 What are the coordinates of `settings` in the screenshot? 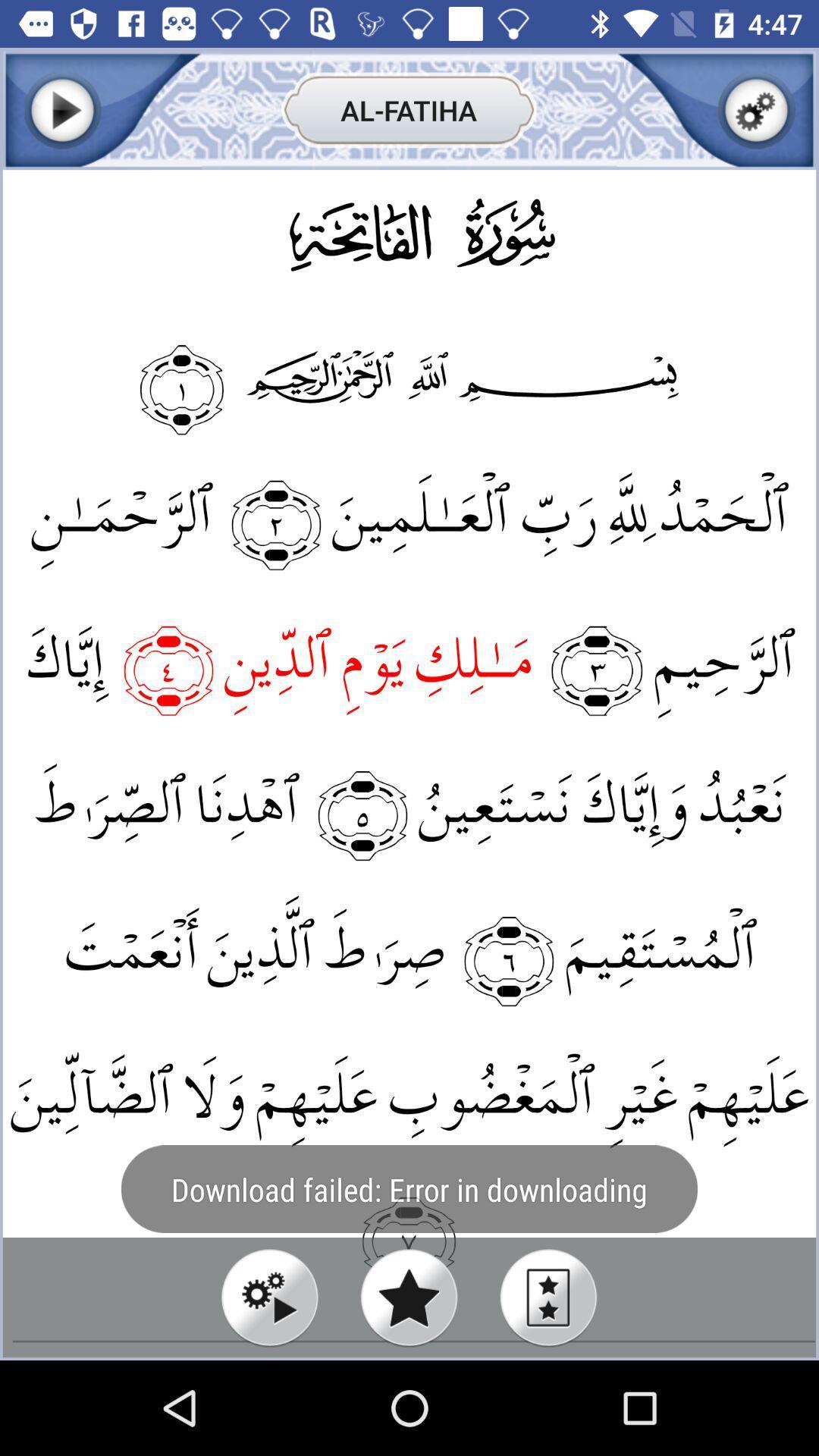 It's located at (756, 109).